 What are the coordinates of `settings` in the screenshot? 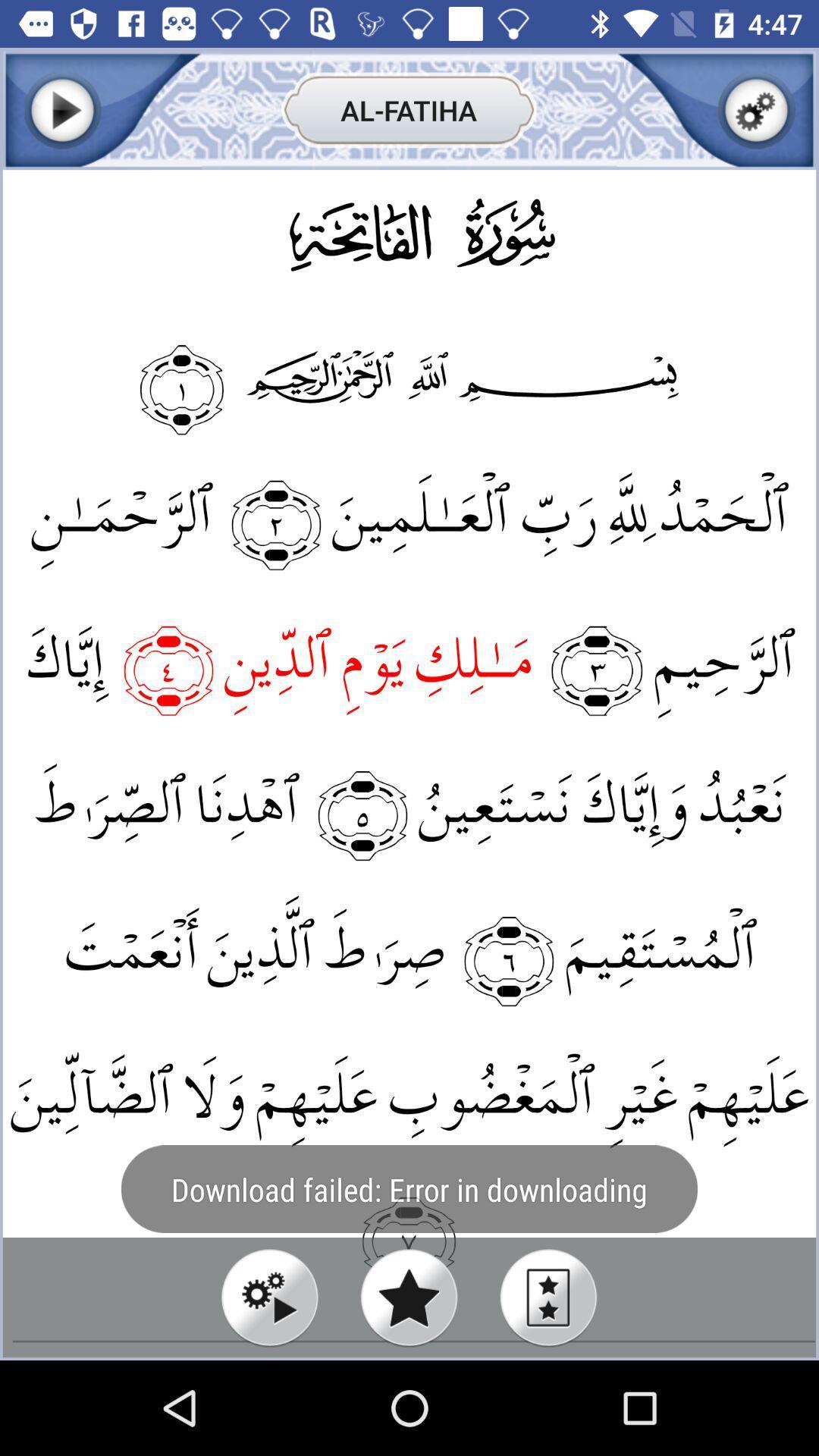 It's located at (756, 109).